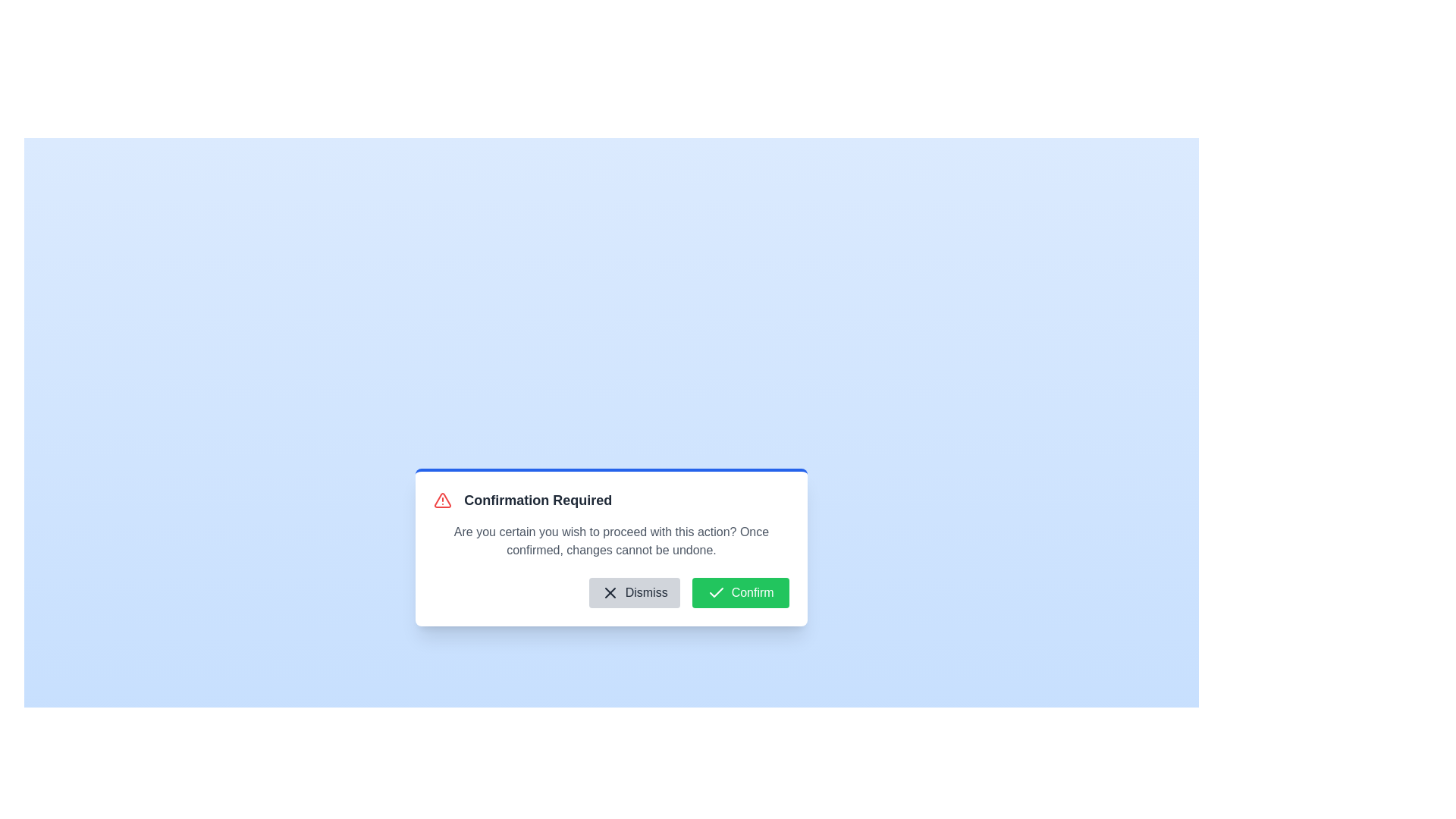  Describe the element at coordinates (715, 592) in the screenshot. I see `the Confirm button which contains the checkmark icon located at the bottom-right of the modal dialog box` at that location.